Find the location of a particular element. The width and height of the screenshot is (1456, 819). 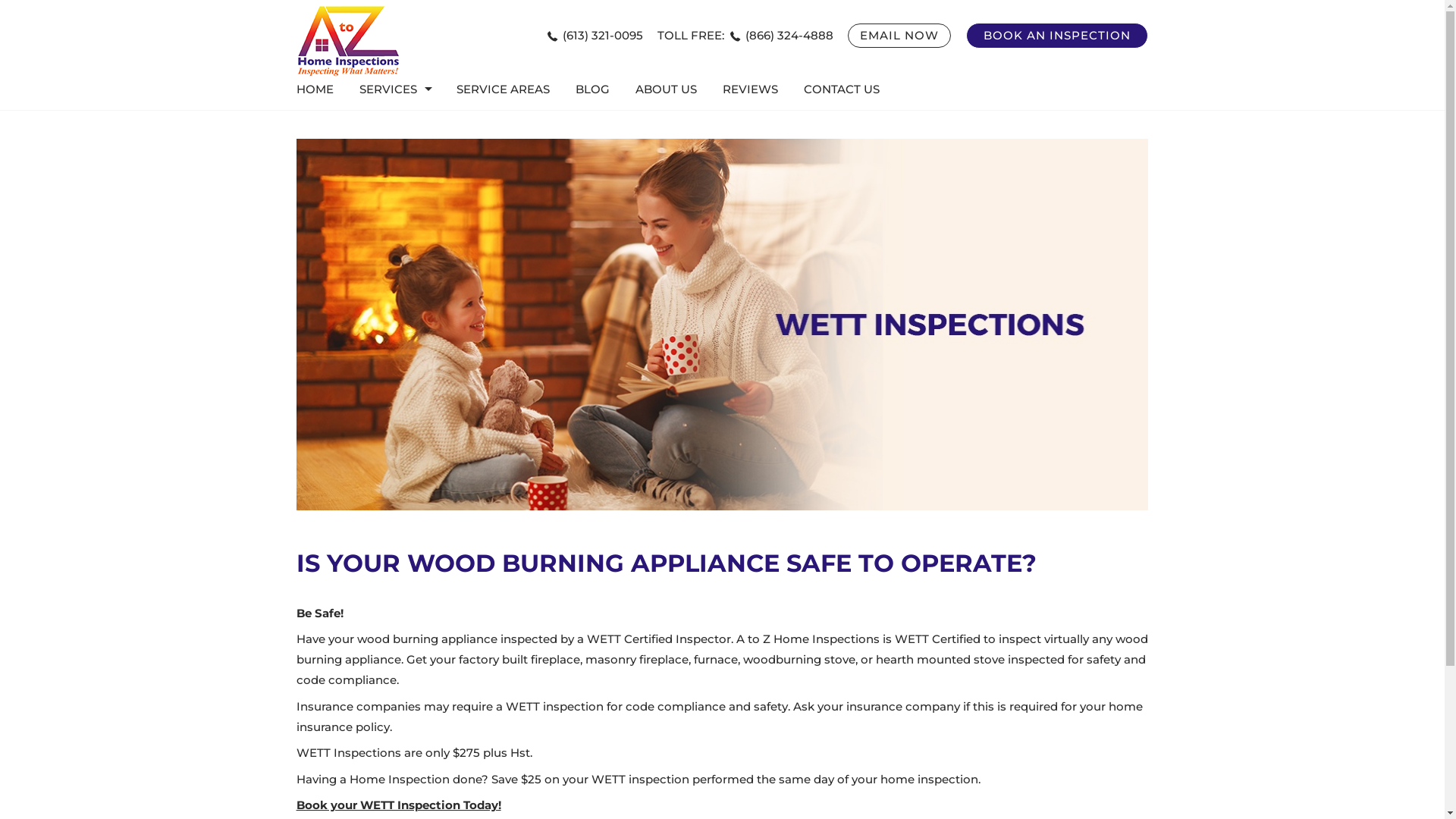

'SERVICES' is located at coordinates (395, 89).